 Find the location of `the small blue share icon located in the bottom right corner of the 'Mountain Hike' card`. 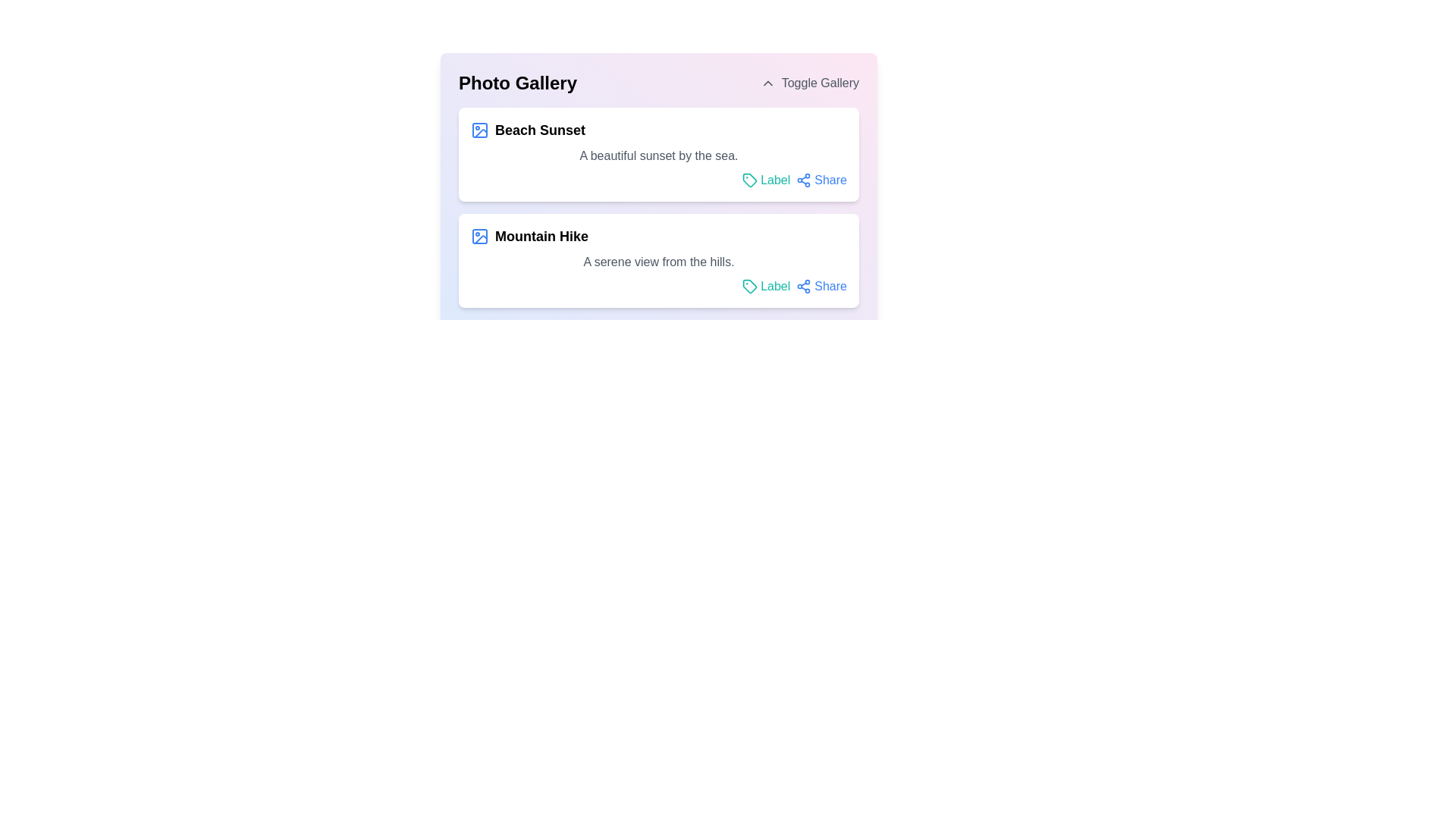

the small blue share icon located in the bottom right corner of the 'Mountain Hike' card is located at coordinates (803, 287).